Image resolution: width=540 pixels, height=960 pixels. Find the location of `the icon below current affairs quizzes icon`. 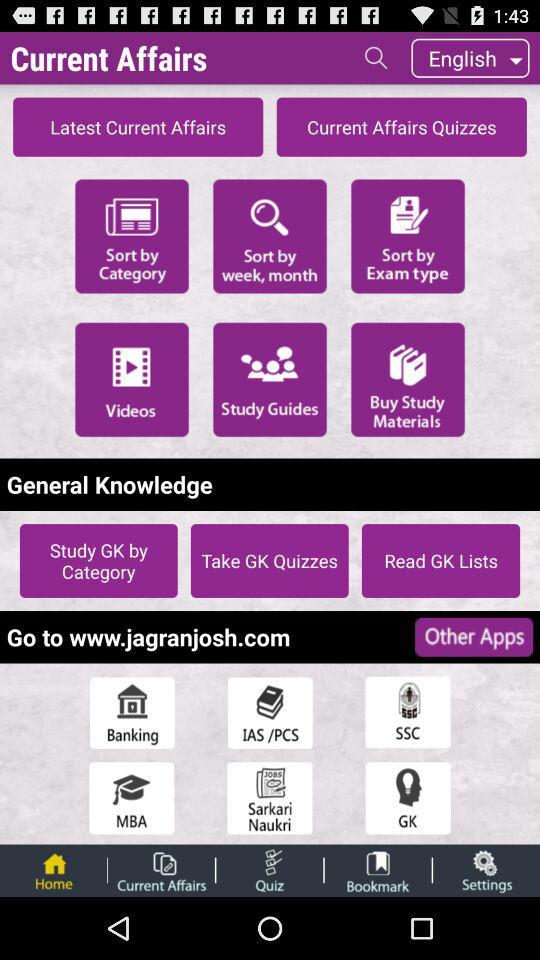

the icon below current affairs quizzes icon is located at coordinates (407, 235).